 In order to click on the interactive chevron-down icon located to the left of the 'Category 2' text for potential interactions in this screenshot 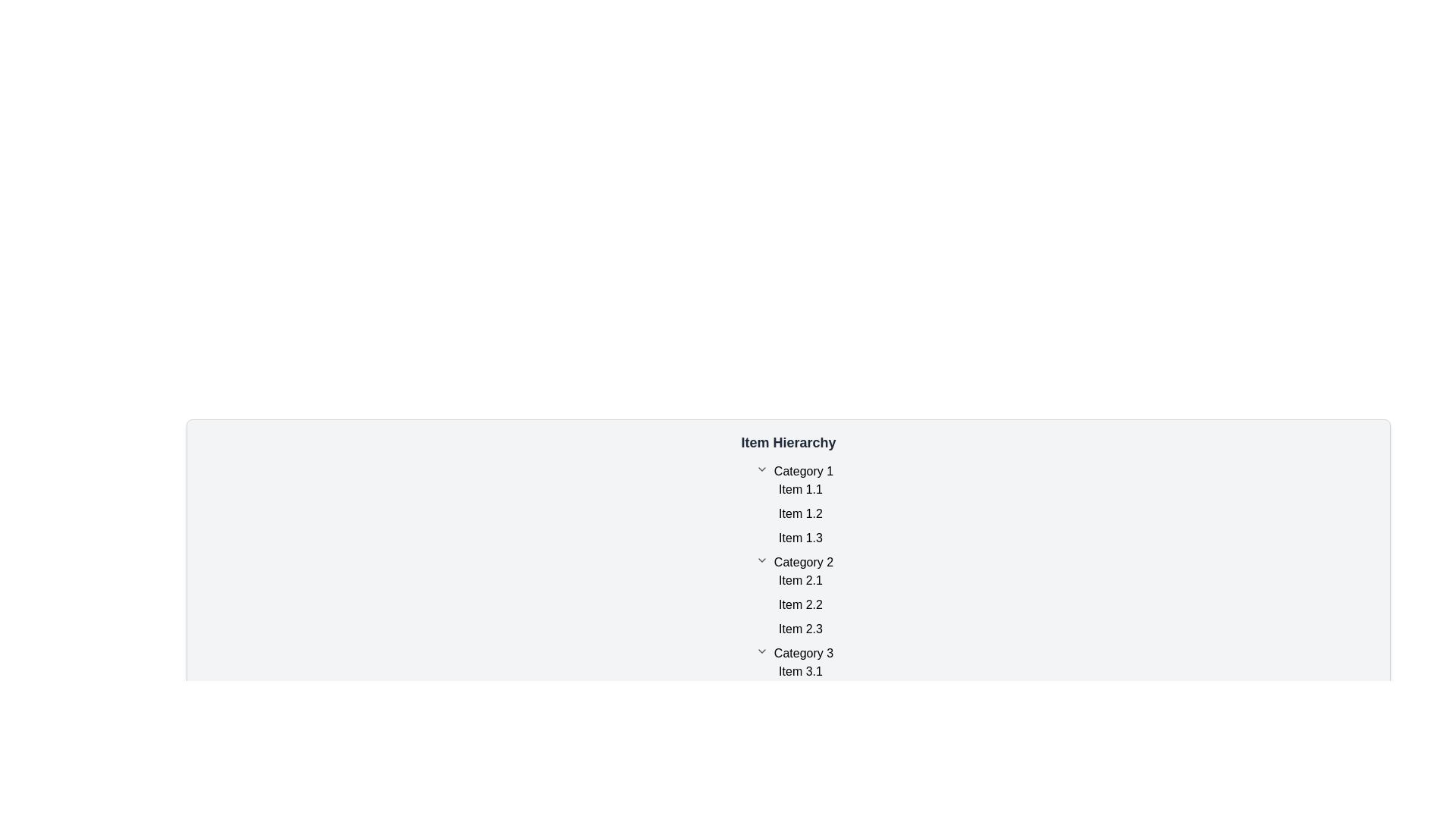, I will do `click(761, 560)`.